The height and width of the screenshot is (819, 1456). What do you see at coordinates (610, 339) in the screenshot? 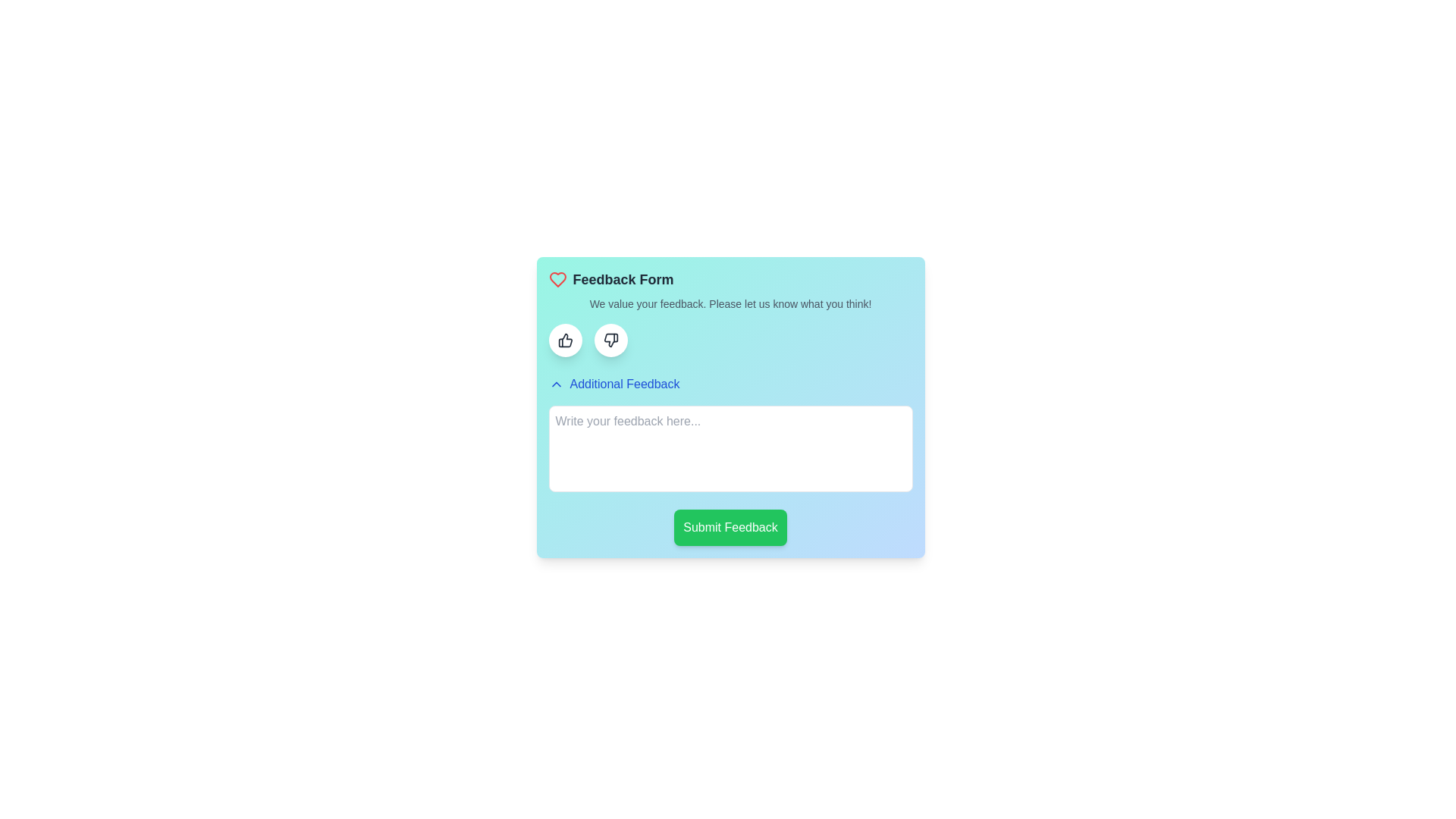
I see `the 'dislike' icon located to the right of the thumbs-up icon in the 'Feedback Form' section` at bounding box center [610, 339].